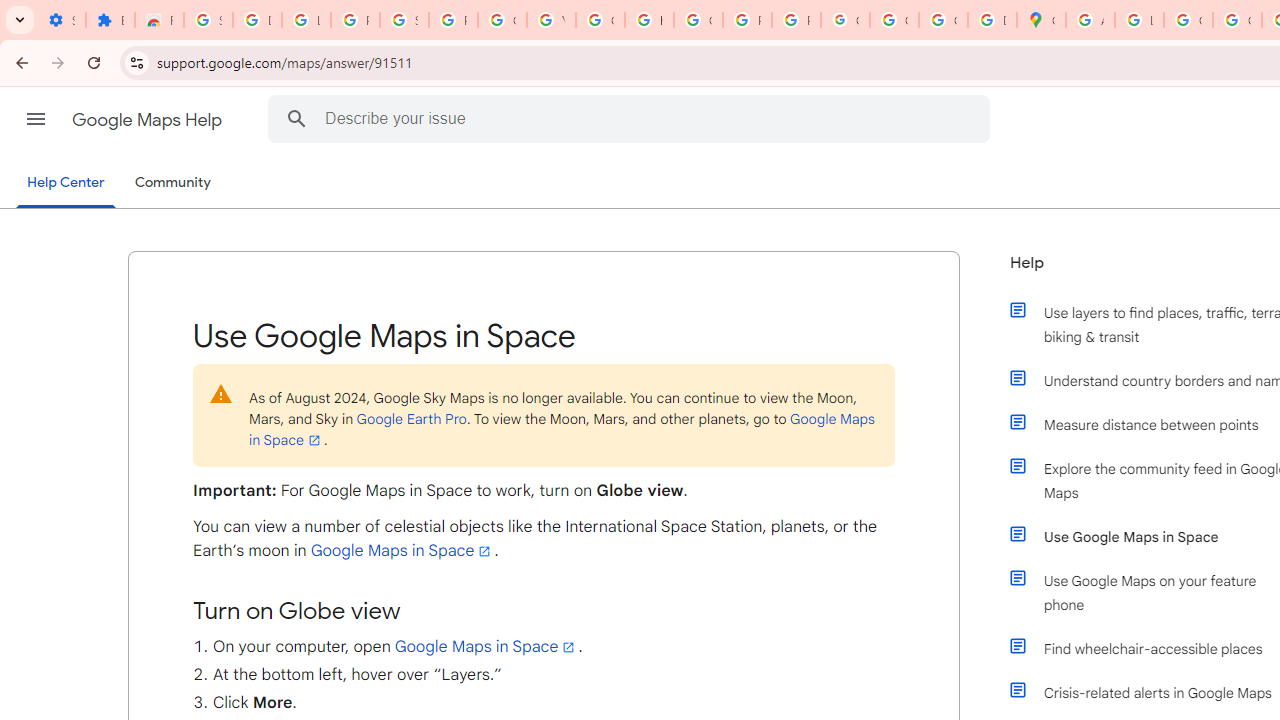  What do you see at coordinates (486, 646) in the screenshot?
I see `'Google Maps in Space'` at bounding box center [486, 646].